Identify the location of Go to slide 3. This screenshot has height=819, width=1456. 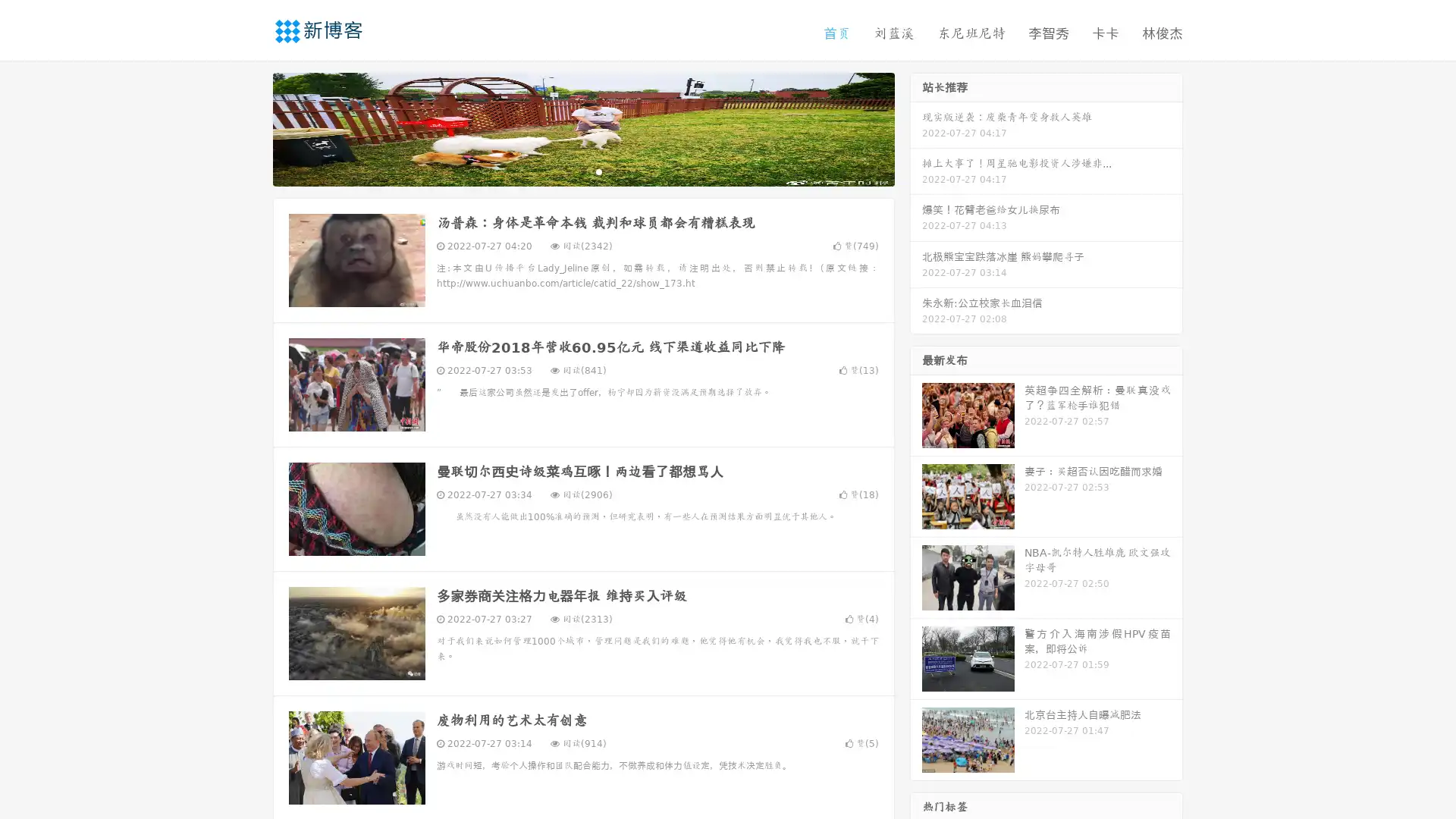
(598, 171).